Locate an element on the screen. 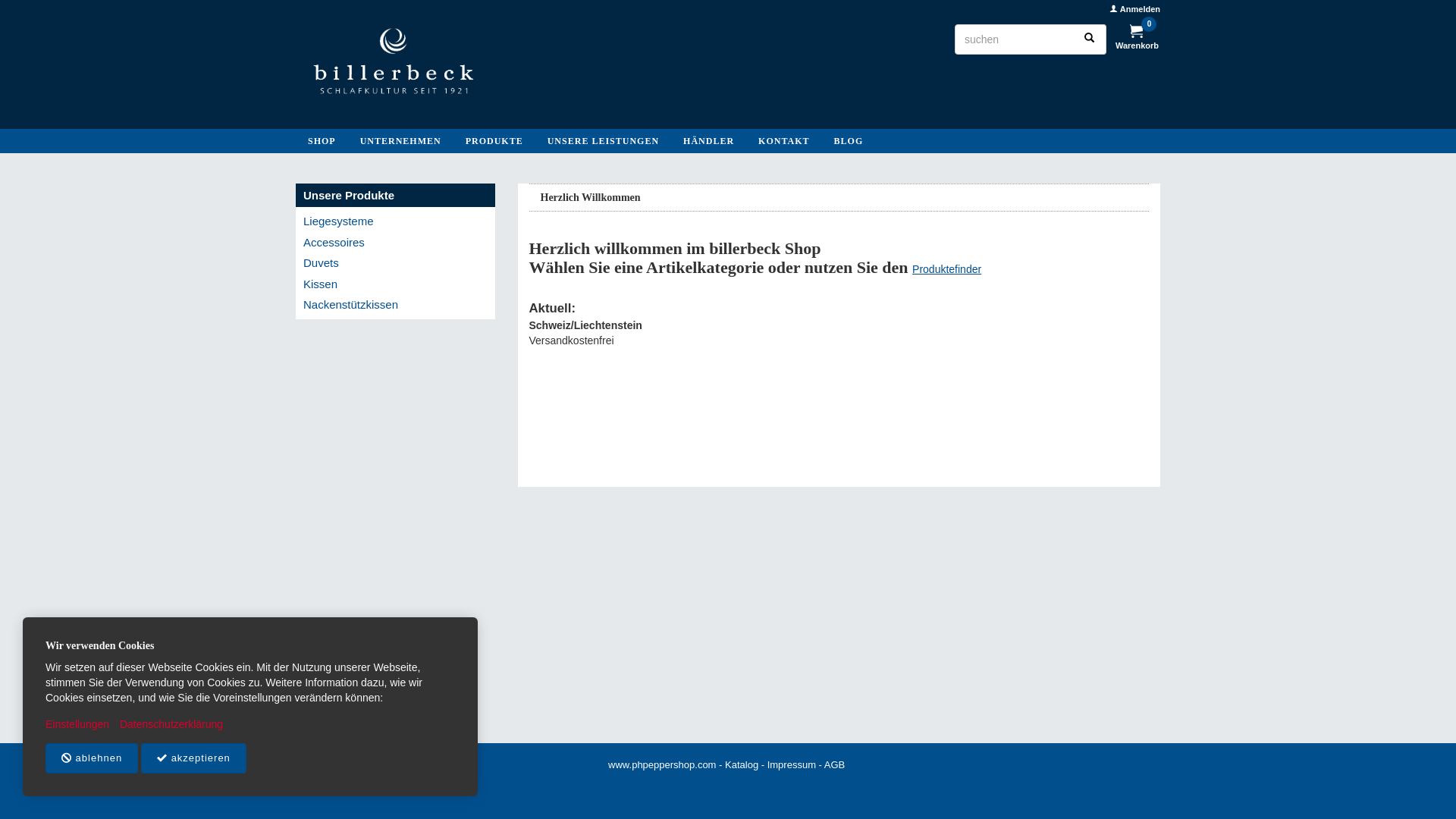  'SHOP' is located at coordinates (321, 140).